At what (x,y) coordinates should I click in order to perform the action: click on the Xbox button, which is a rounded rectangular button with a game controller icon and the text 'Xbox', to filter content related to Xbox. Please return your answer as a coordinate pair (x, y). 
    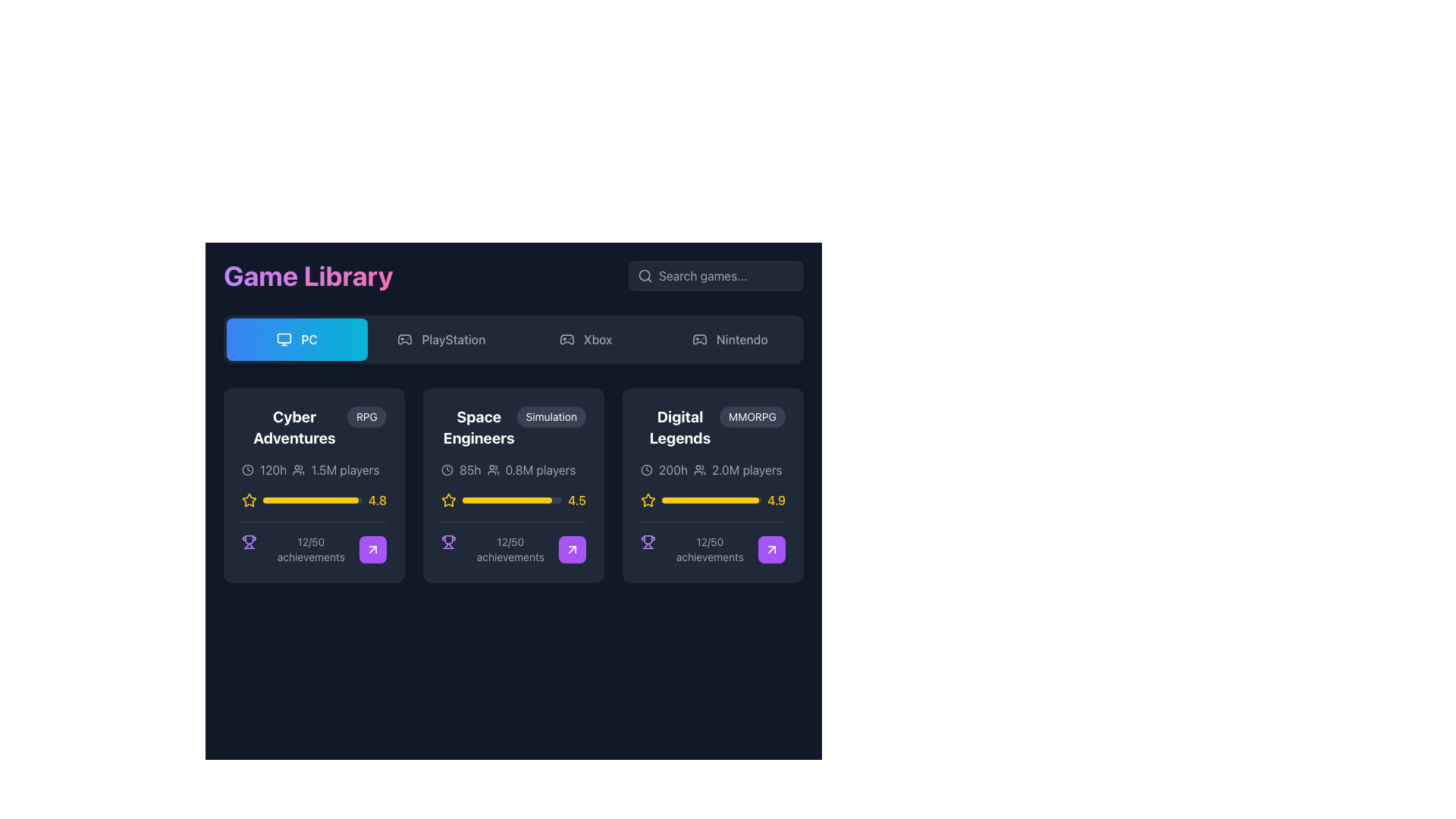
    Looking at the image, I should click on (585, 338).